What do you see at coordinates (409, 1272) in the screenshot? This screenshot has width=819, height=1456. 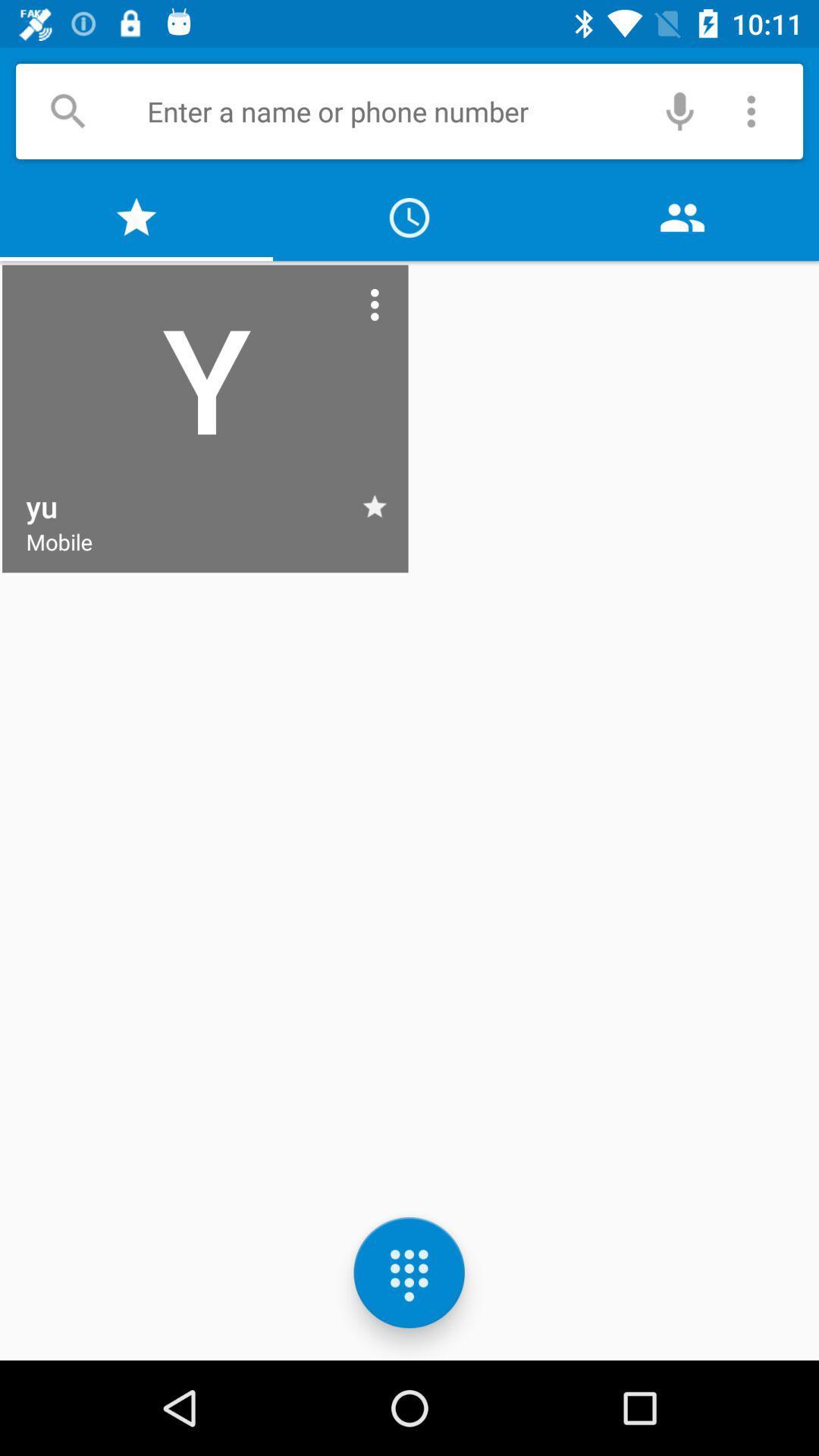 I see `the dialpad icon` at bounding box center [409, 1272].